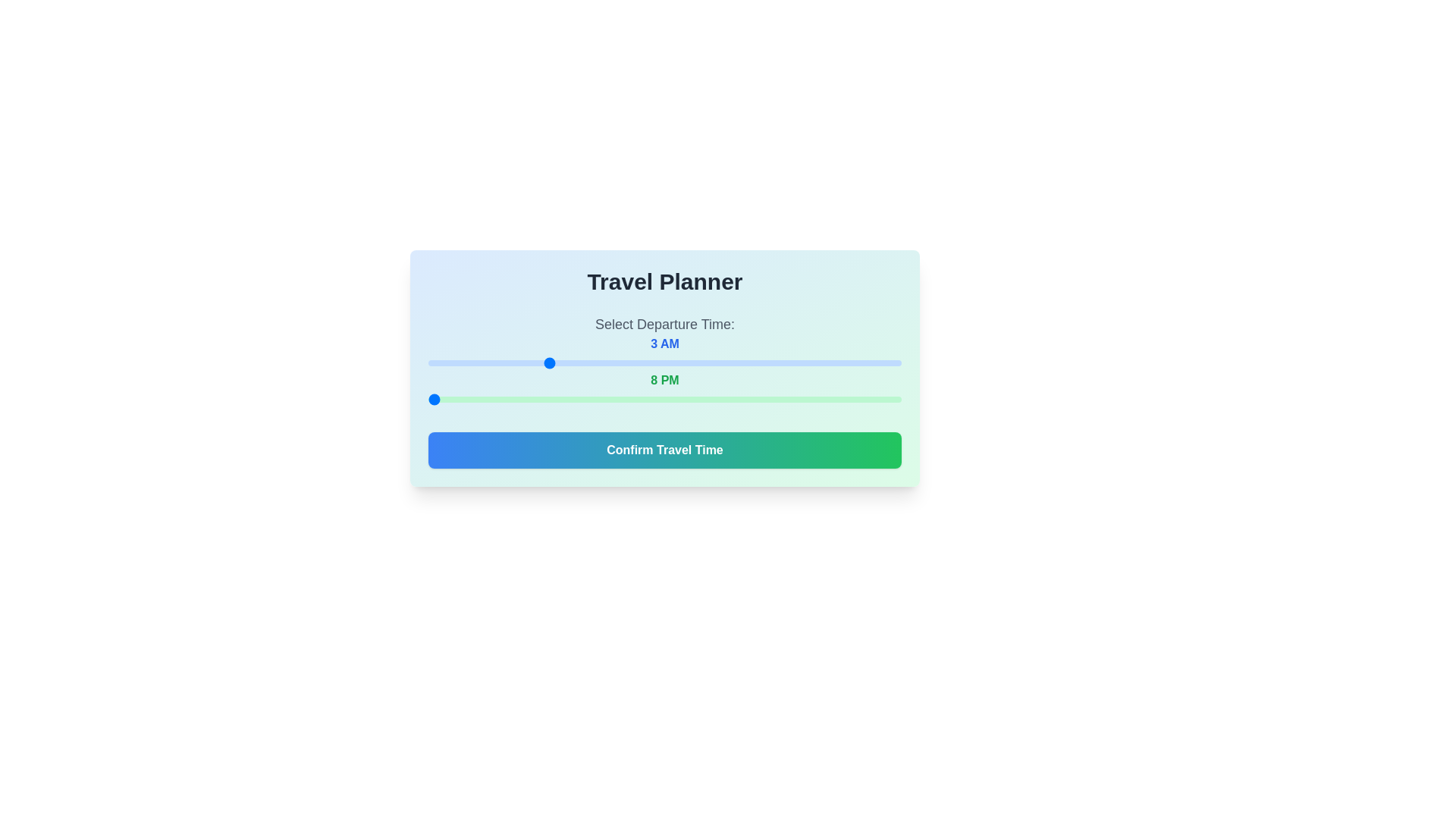 The image size is (1456, 819). Describe the element at coordinates (665, 344) in the screenshot. I see `the text label displaying '3 AM' in bold blue font, which is located under the section titled 'Select Departure Time:' and above a slider control` at that location.